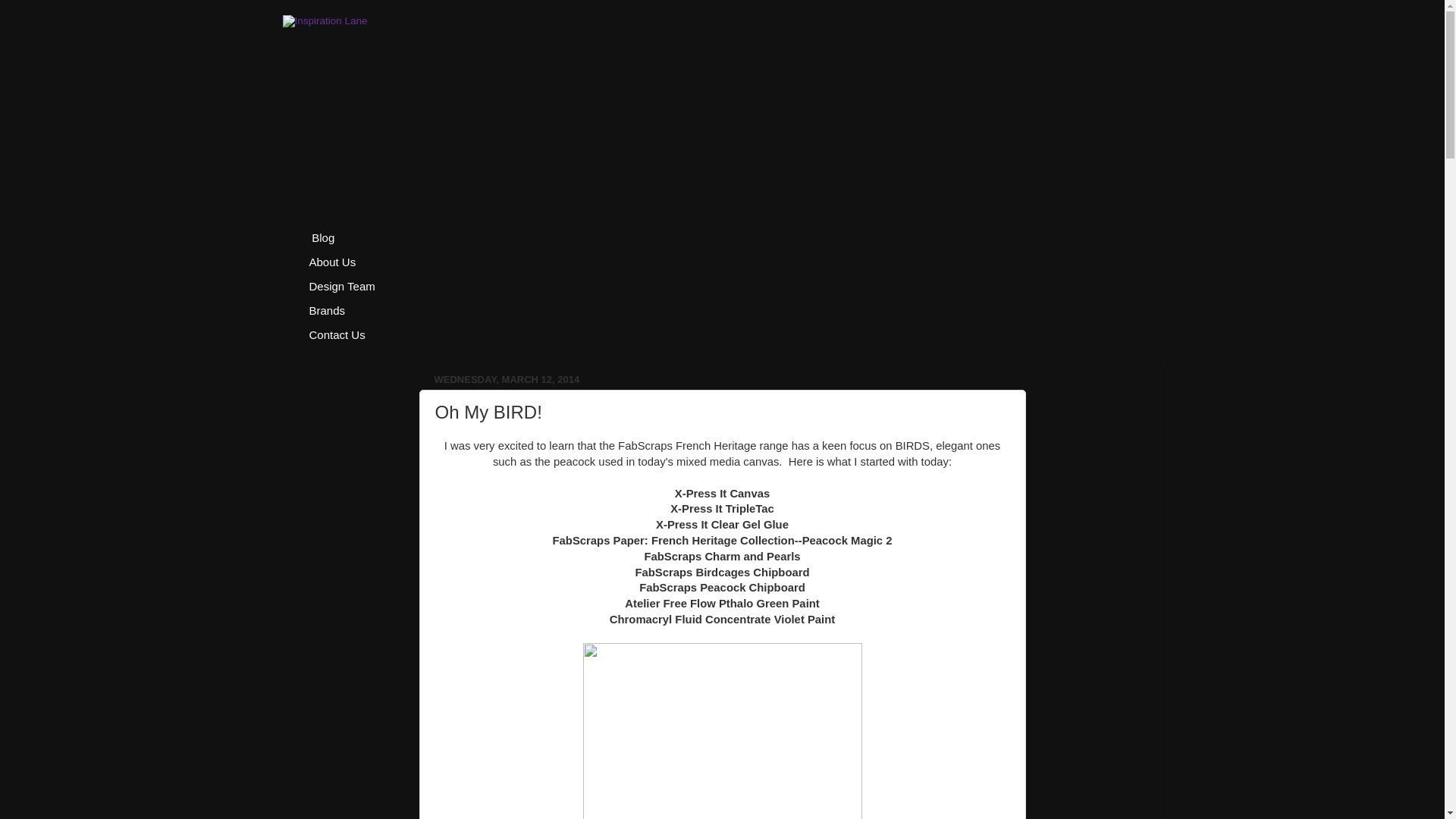 This screenshot has height=819, width=1456. What do you see at coordinates (297, 287) in the screenshot?
I see `'Design Team'` at bounding box center [297, 287].